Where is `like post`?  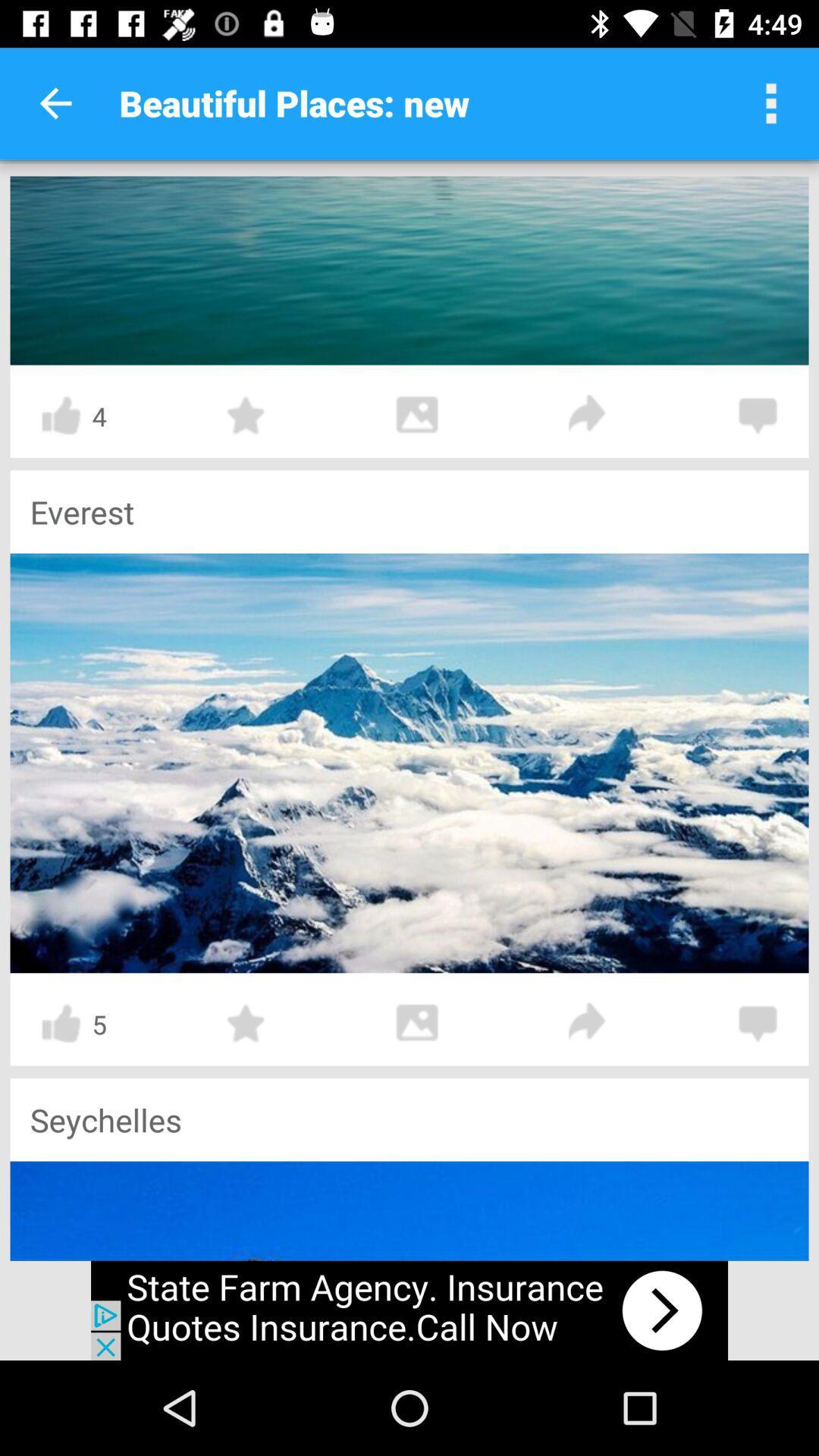
like post is located at coordinates (60, 1023).